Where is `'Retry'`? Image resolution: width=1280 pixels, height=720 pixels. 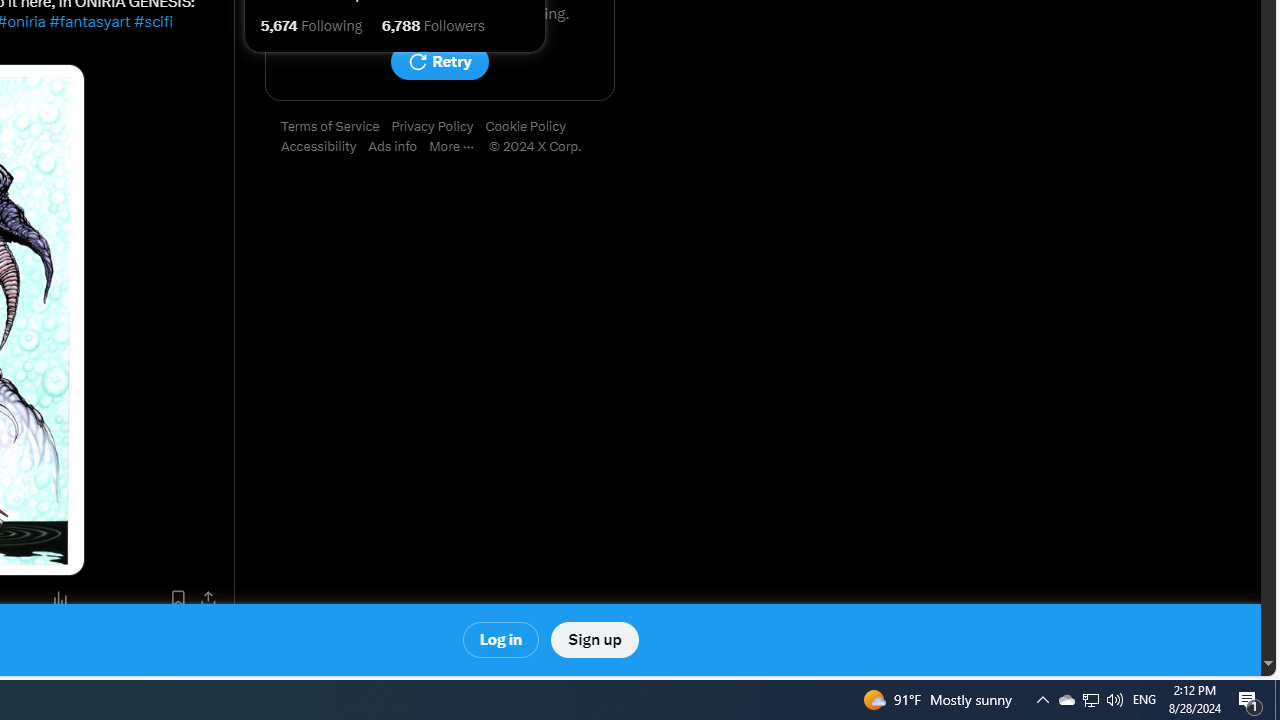
'Retry' is located at coordinates (438, 61).